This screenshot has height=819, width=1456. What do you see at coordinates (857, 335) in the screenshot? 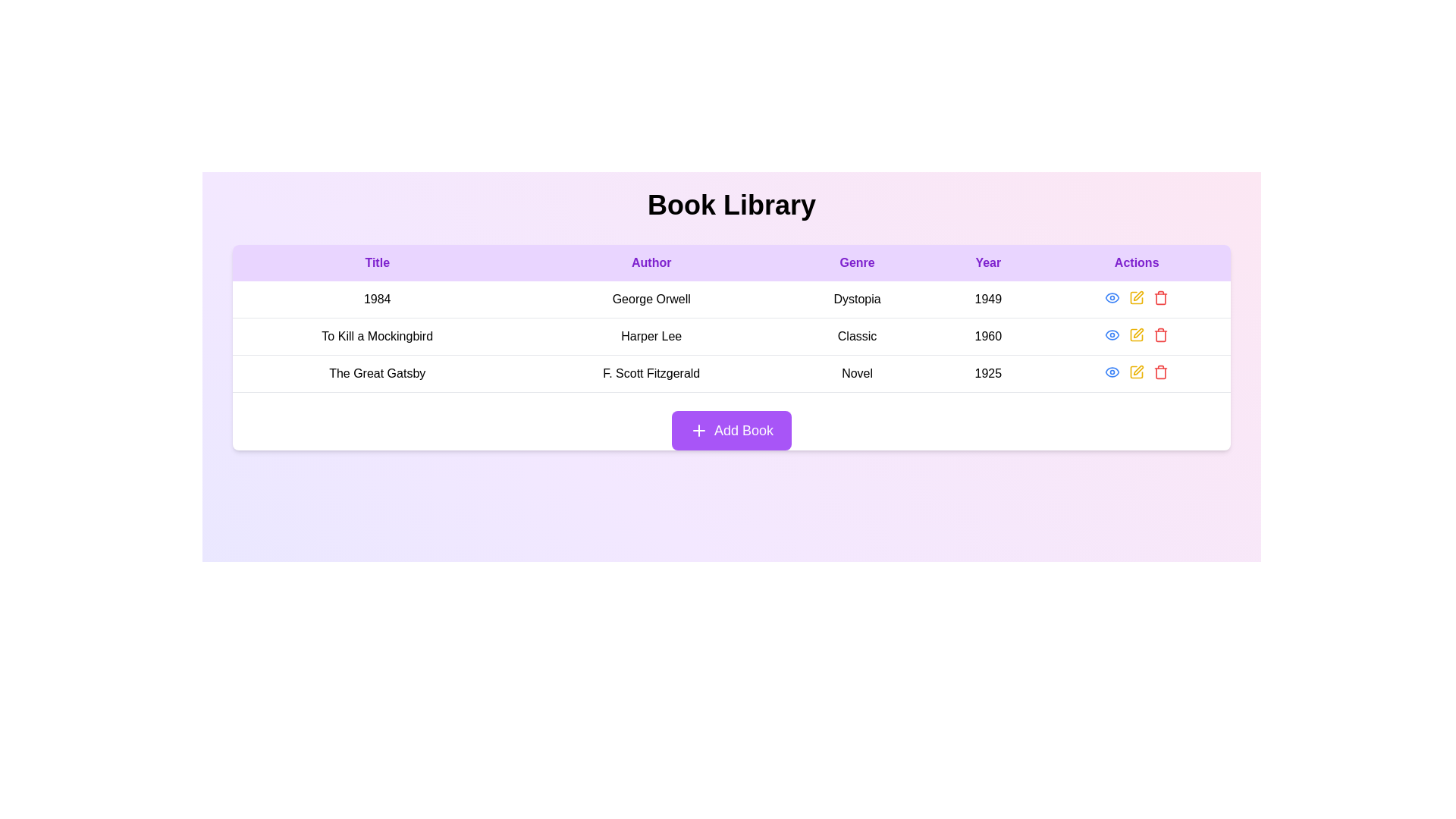
I see `the text label that contains the word 'Classic' under the 'Genre' column of the table for the book 'To Kill a Mockingbird'` at bounding box center [857, 335].